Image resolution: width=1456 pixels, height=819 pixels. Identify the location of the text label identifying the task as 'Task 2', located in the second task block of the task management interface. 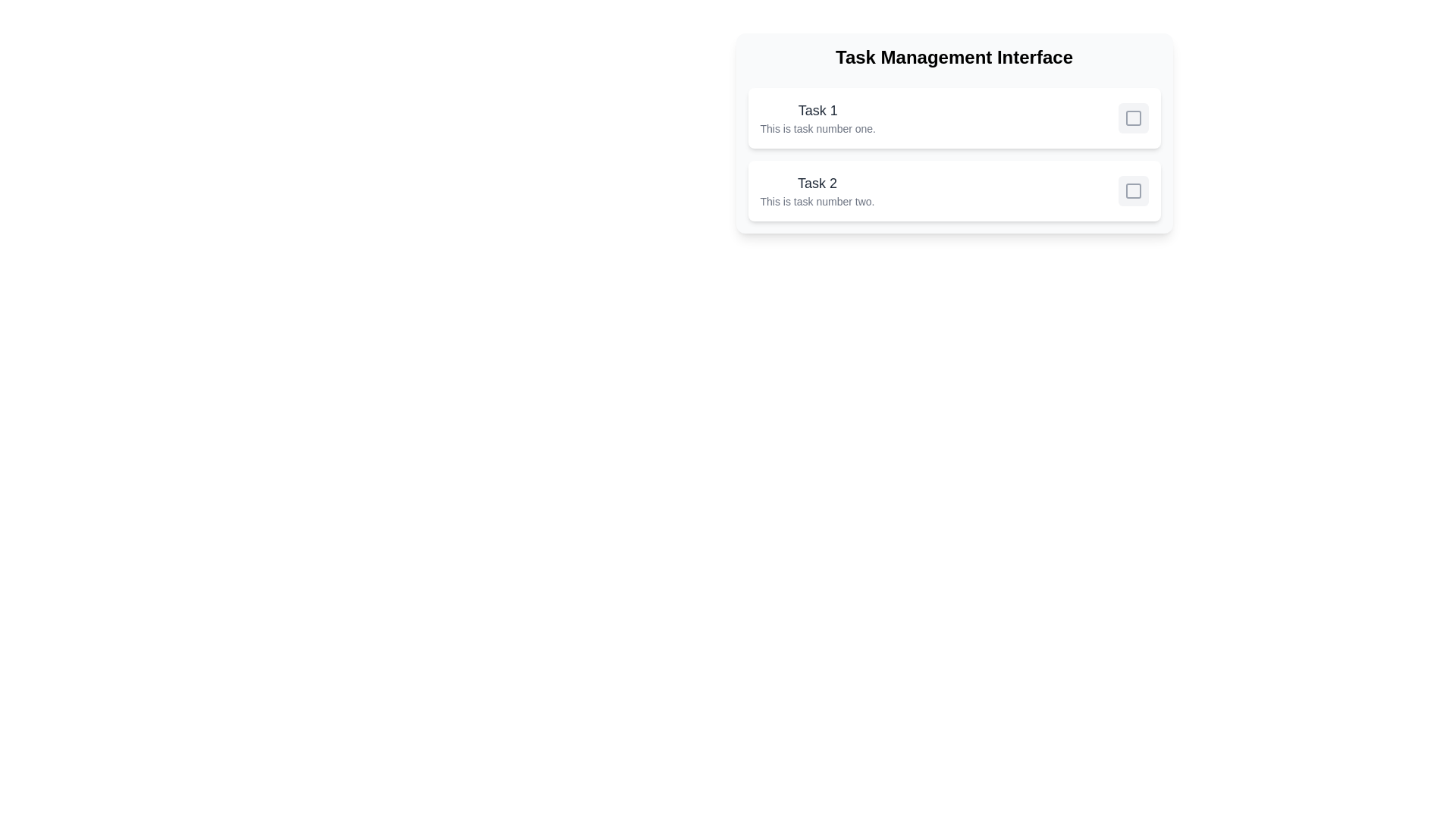
(816, 183).